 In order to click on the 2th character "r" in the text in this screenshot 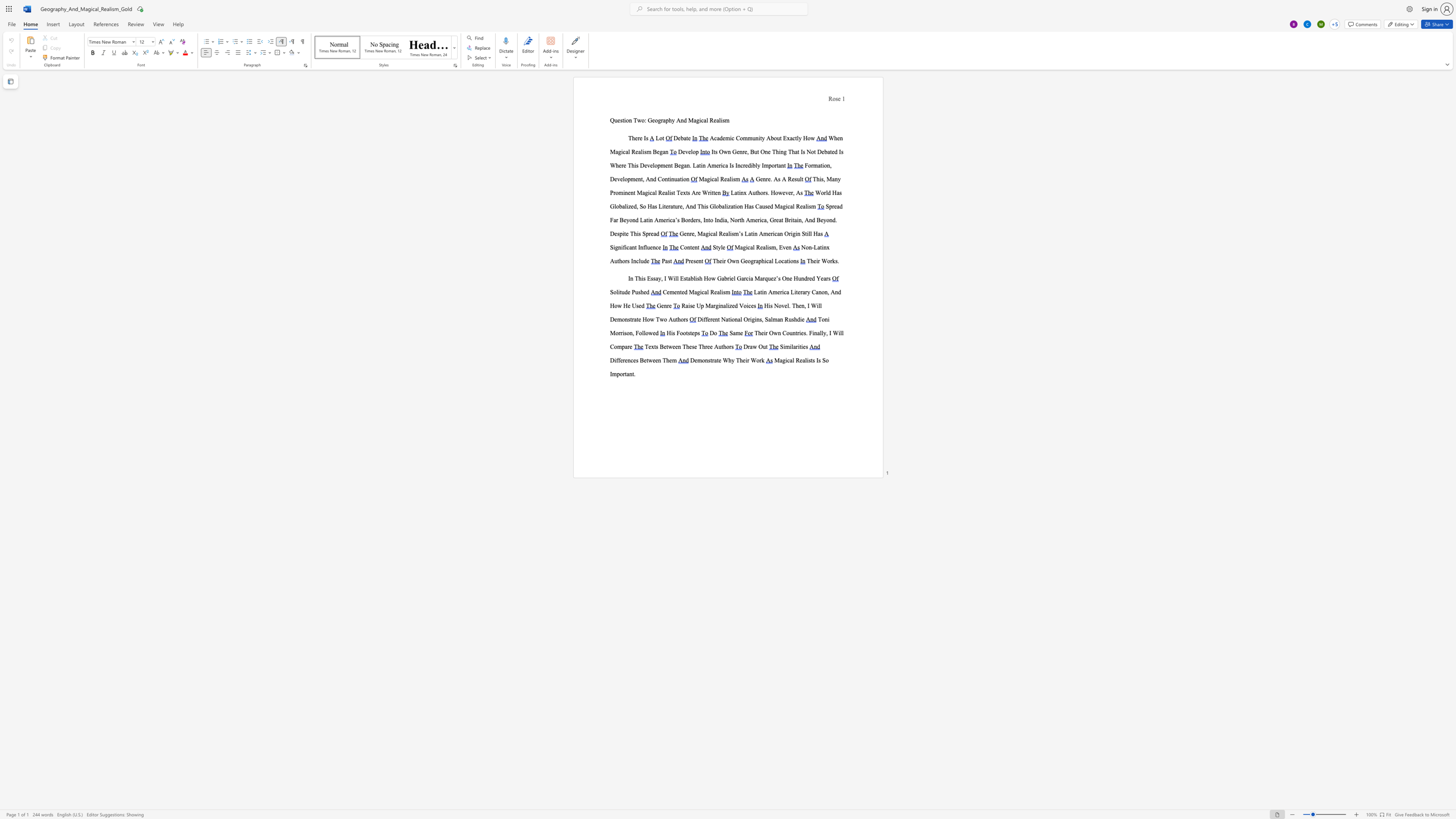, I will do `click(830, 260)`.